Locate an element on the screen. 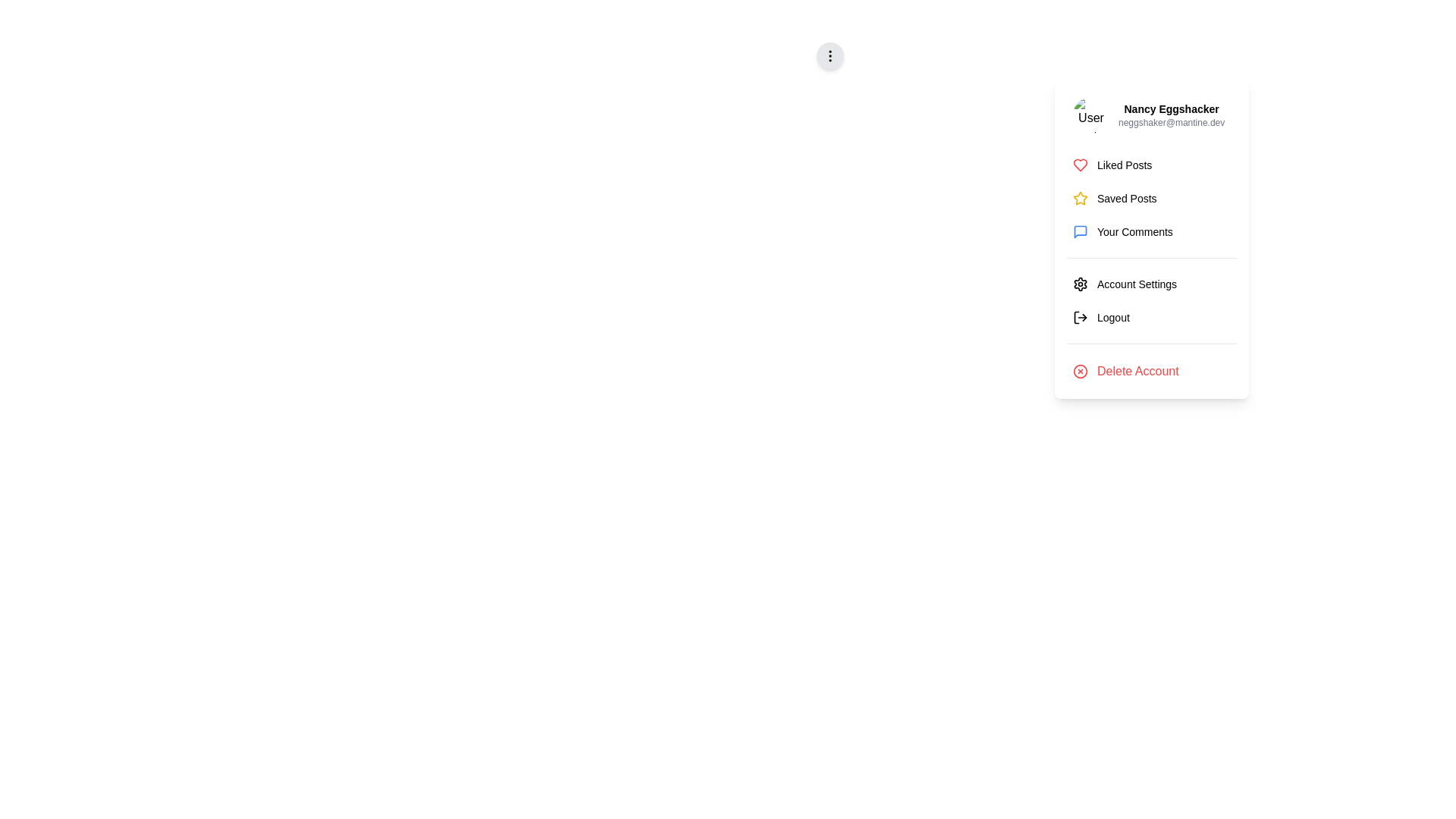 This screenshot has width=1456, height=819. the first menu item for account settings located beneath user-related information and above the 'Logout' menu item is located at coordinates (1151, 284).